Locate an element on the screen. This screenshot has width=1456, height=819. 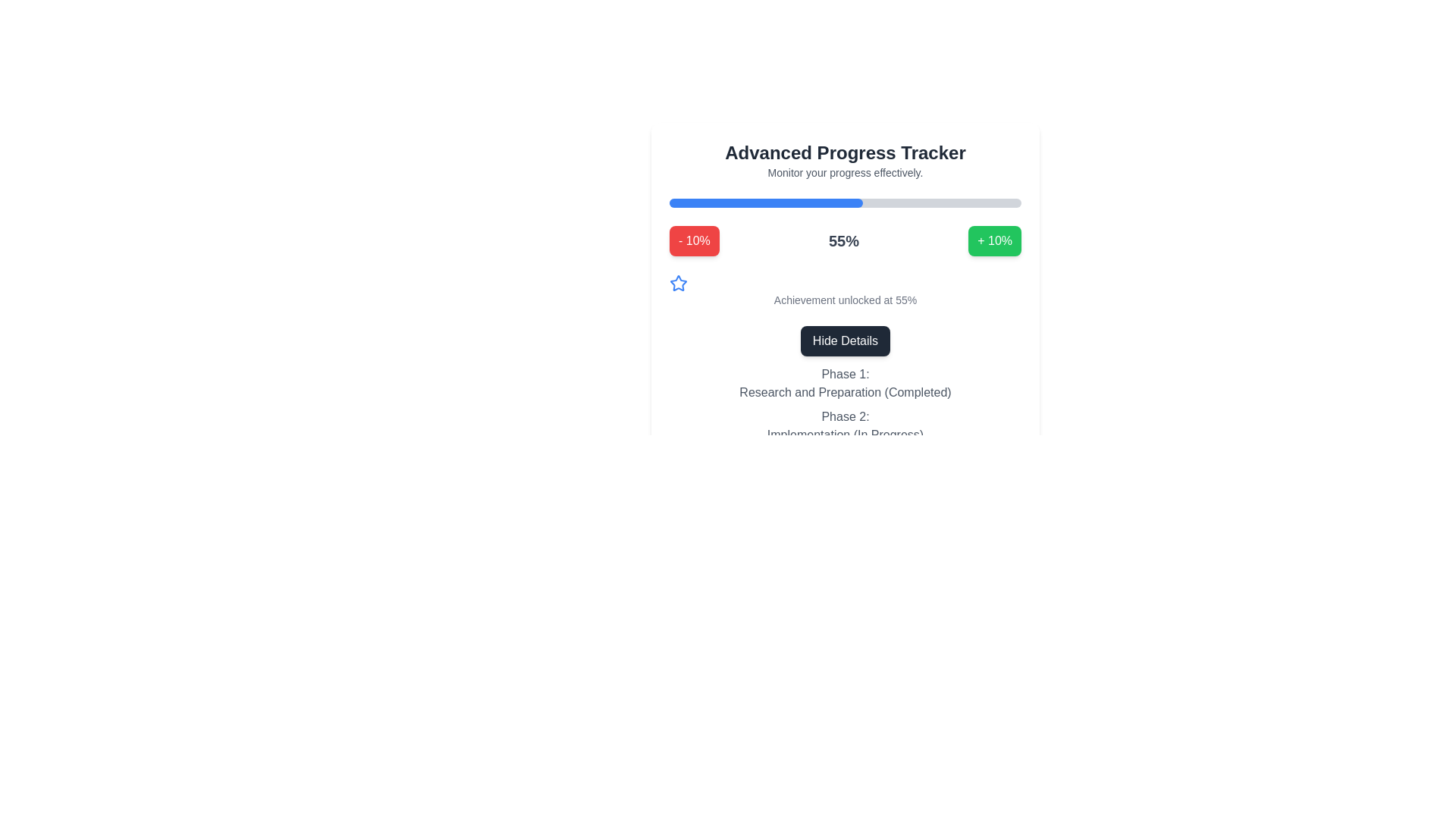
the progress bar segment indicating current progress towards a goal, which is visually represented below the title '55%' within the progress tracker component is located at coordinates (766, 202).